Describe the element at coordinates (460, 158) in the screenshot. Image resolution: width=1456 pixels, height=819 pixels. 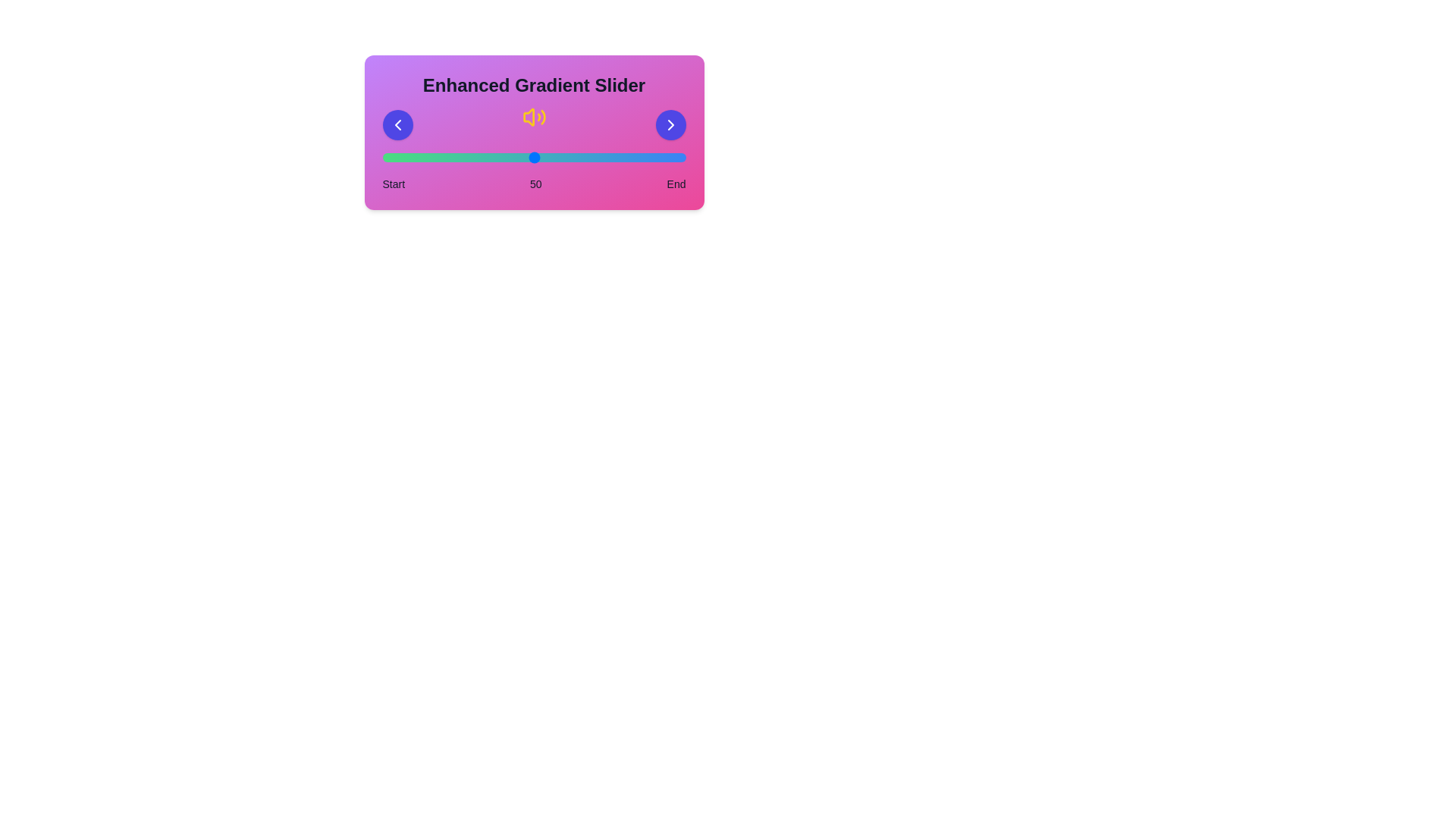
I see `the slider to set the value to 26` at that location.